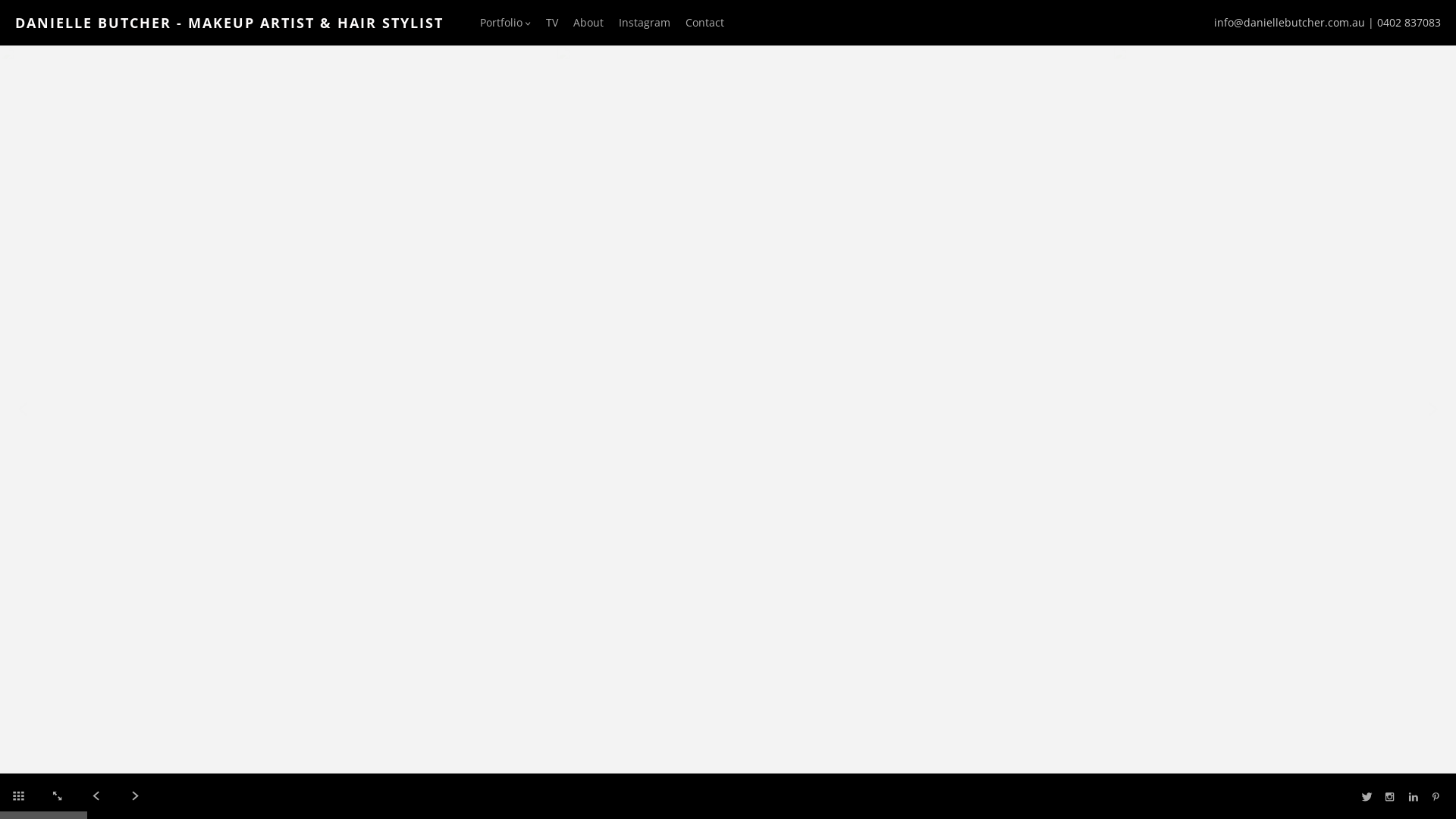 Image resolution: width=1456 pixels, height=819 pixels. What do you see at coordinates (134, 792) in the screenshot?
I see `'Next'` at bounding box center [134, 792].